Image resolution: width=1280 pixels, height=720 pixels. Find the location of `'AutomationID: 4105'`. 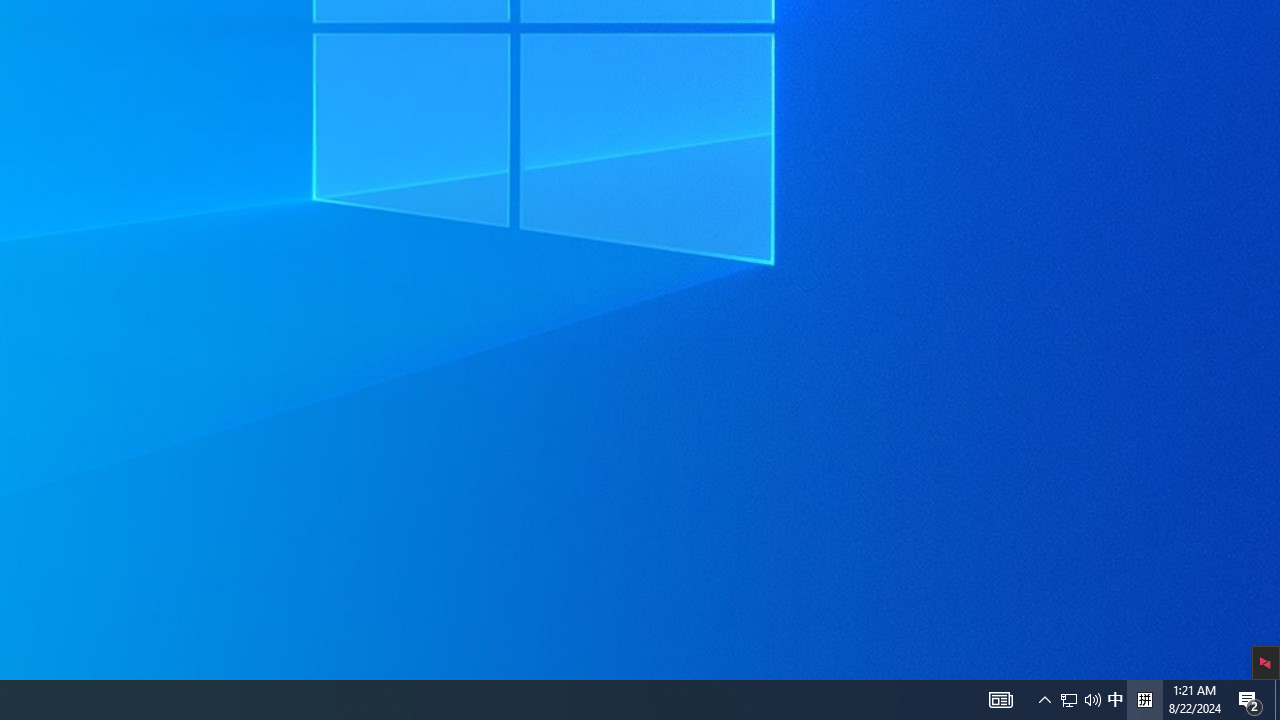

'AutomationID: 4105' is located at coordinates (1044, 698).